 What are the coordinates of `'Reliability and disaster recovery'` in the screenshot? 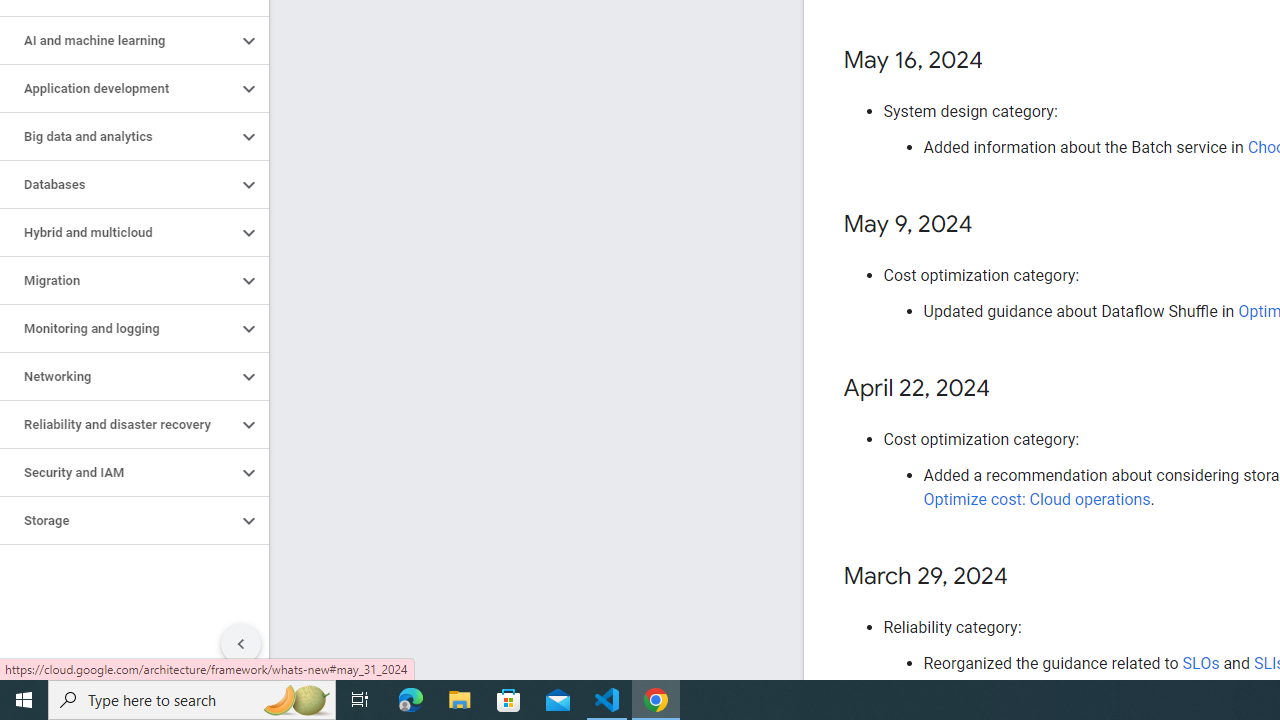 It's located at (117, 424).